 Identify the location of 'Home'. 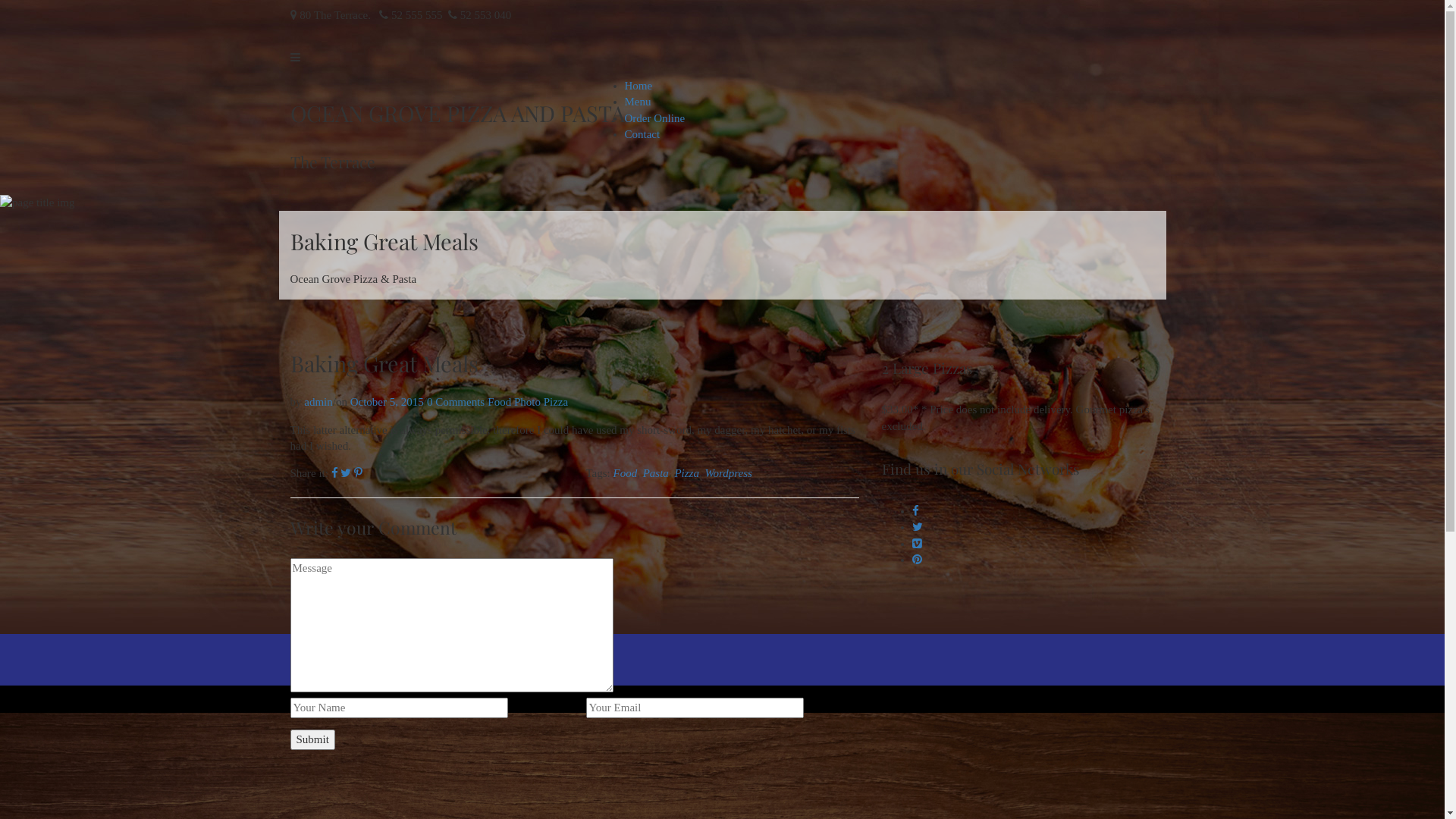
(639, 85).